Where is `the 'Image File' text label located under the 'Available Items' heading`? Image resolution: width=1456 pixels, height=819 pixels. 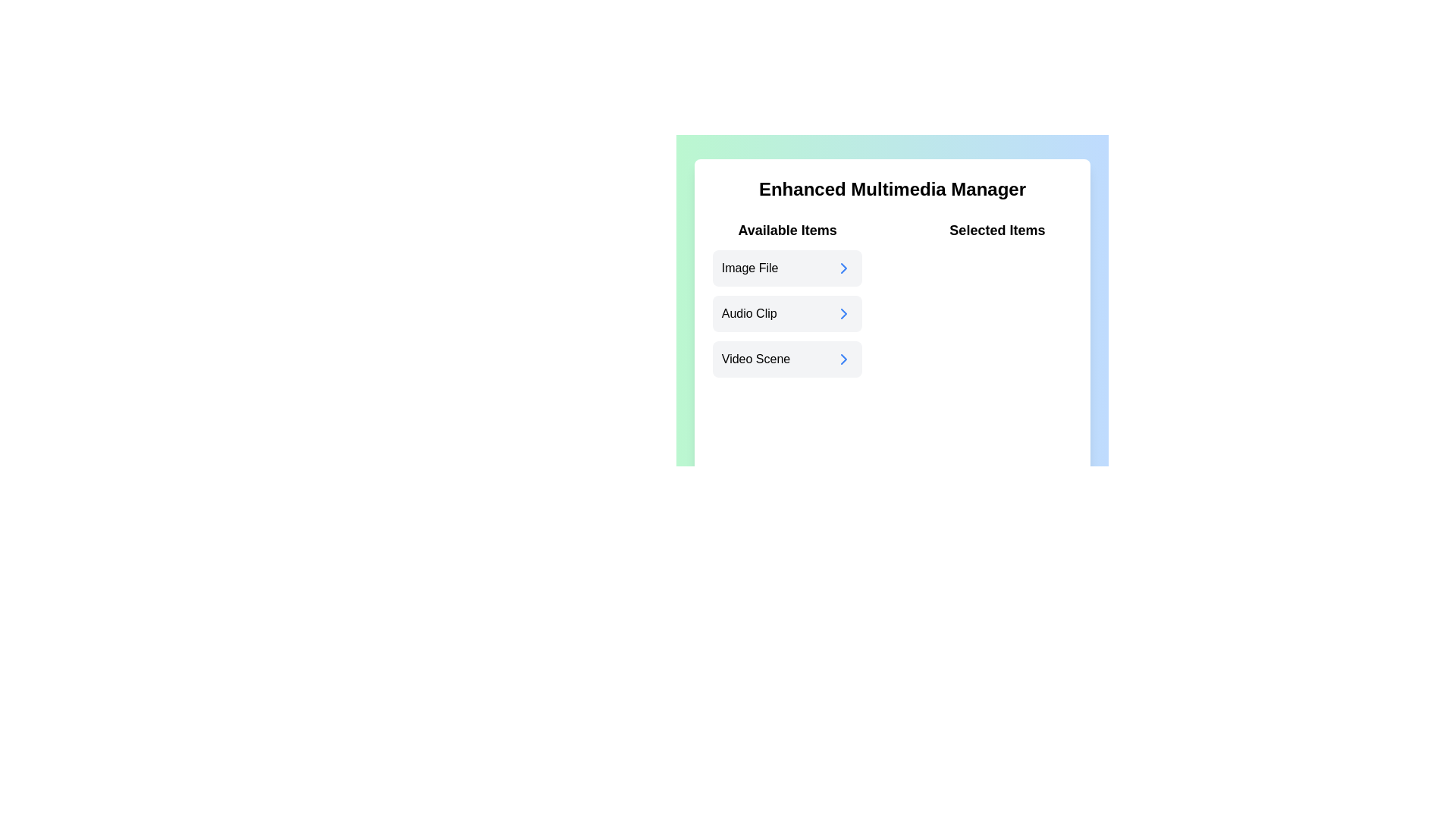
the 'Image File' text label located under the 'Available Items' heading is located at coordinates (750, 268).